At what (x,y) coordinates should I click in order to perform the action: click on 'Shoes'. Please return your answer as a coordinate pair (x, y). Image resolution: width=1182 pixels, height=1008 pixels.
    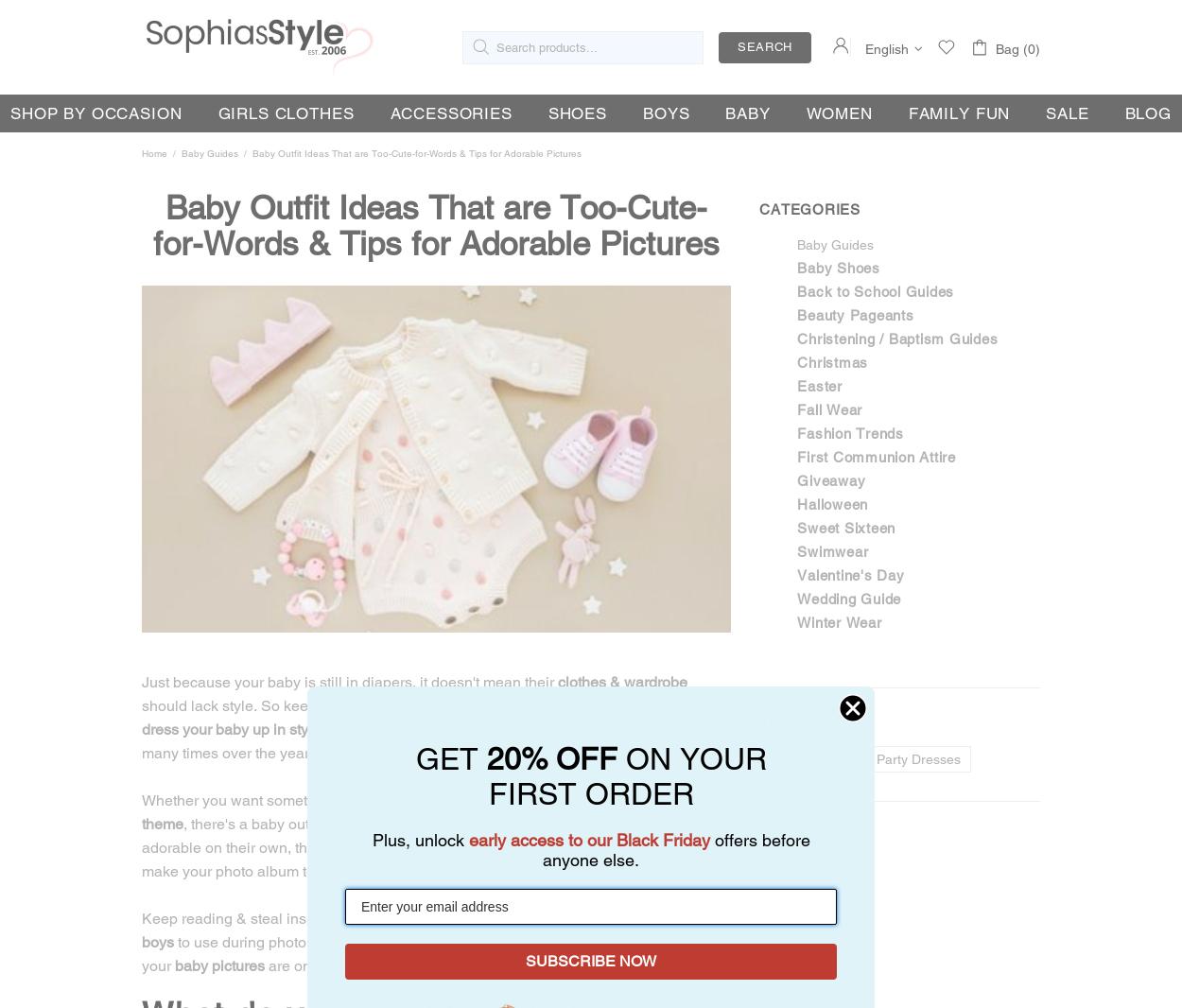
    Looking at the image, I should click on (576, 113).